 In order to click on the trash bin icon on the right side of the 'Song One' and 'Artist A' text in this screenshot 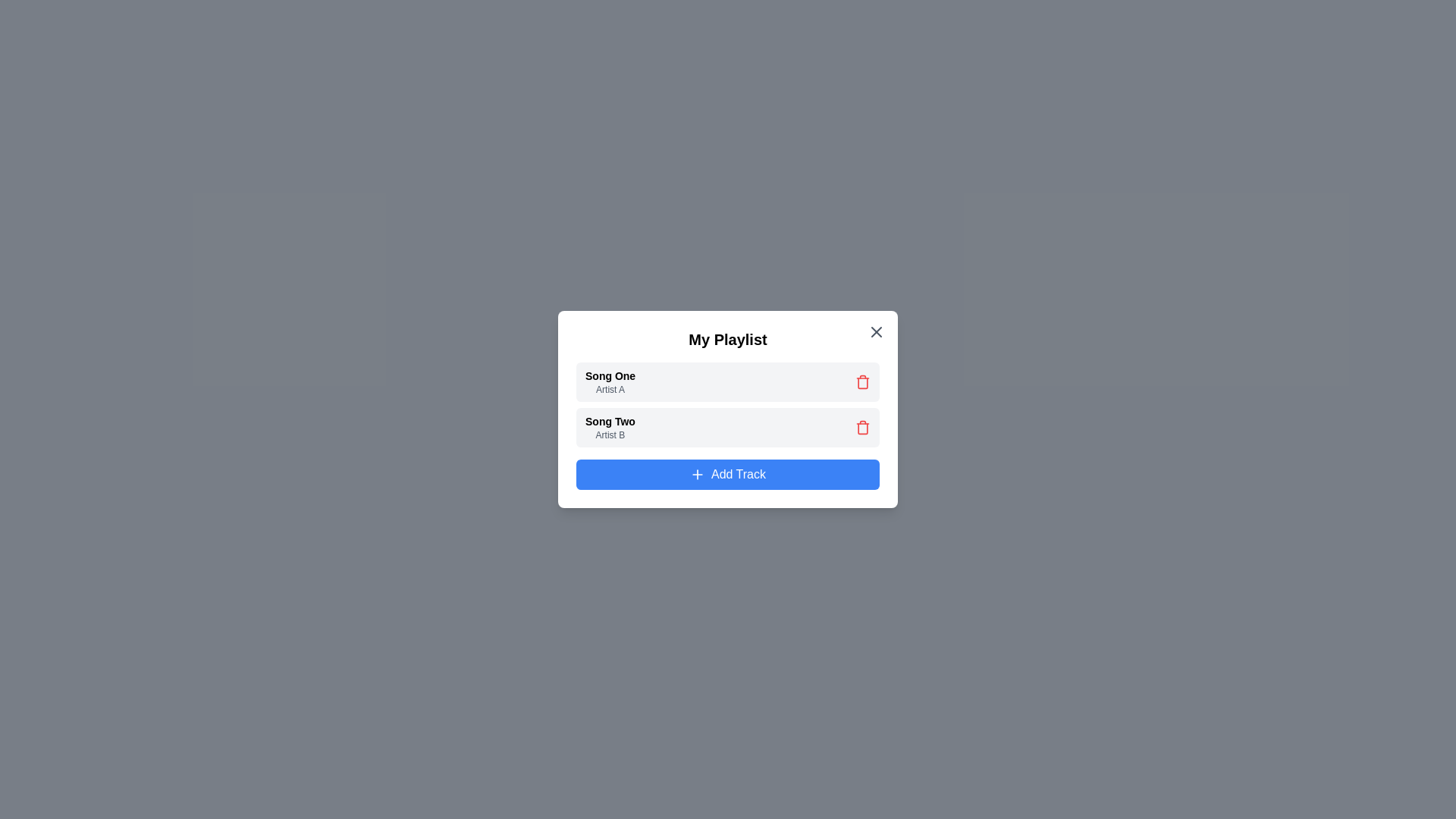, I will do `click(862, 381)`.